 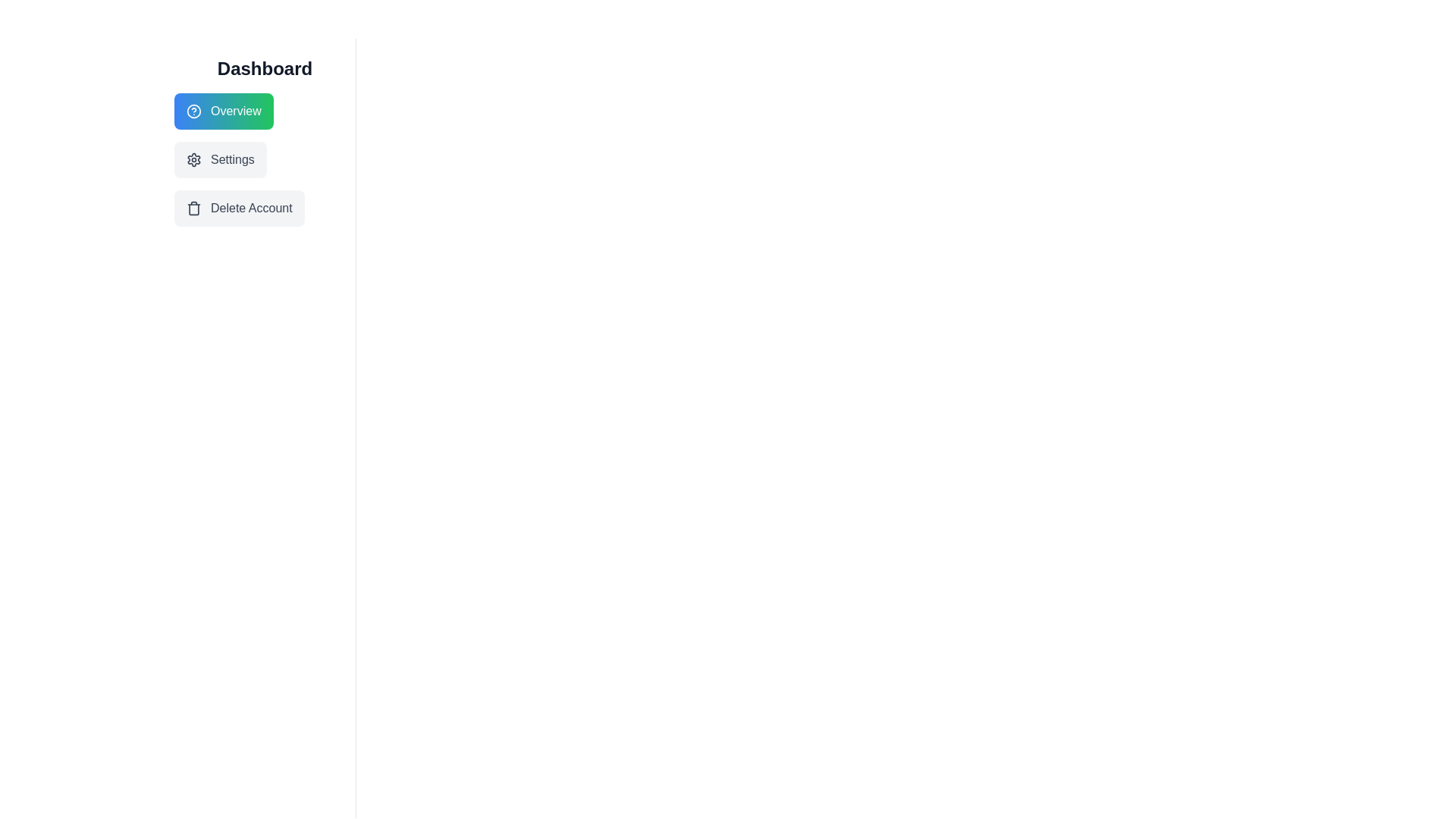 I want to click on the Header text element at the top-left corner of the side navigation panel, which serves as the title for the navigation context, so click(x=265, y=69).